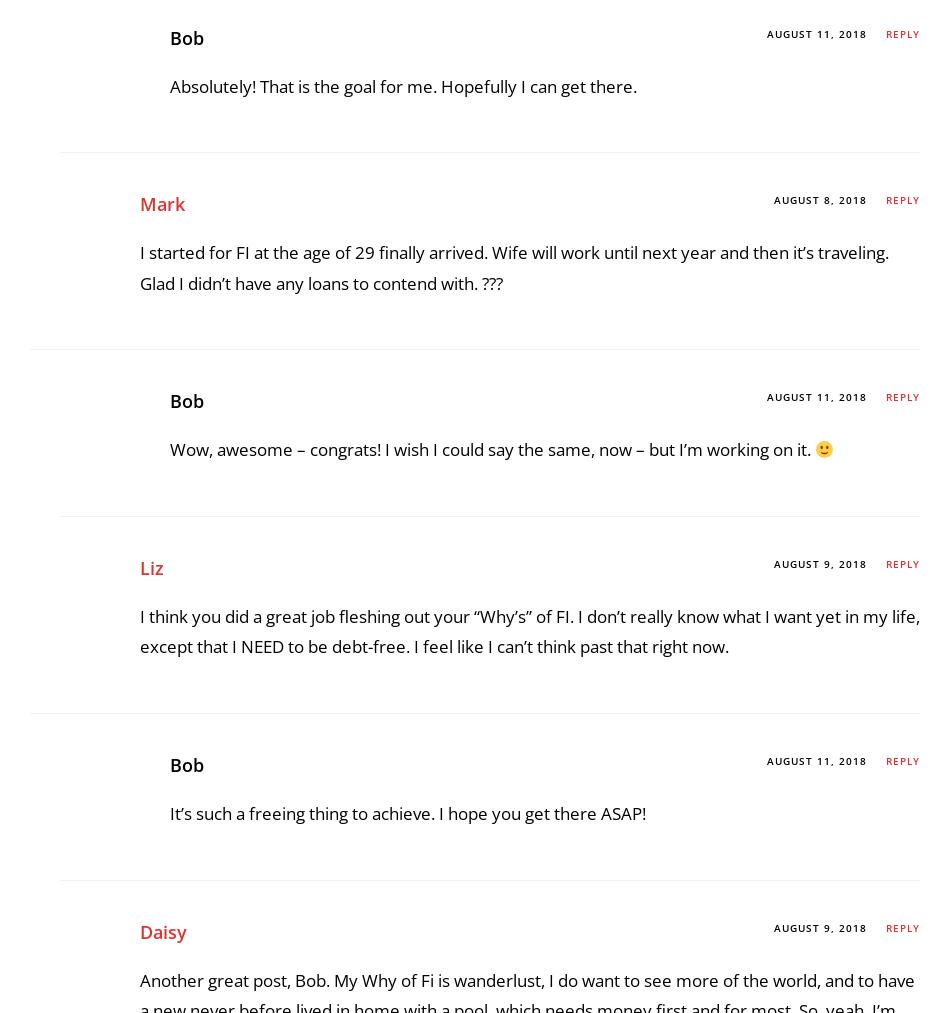 The height and width of the screenshot is (1013, 950). Describe the element at coordinates (505, 465) in the screenshot. I see `'Travel is also one of the reasons why I want to be FI. It’s just nice to retire early, travel, and blog about it.'` at that location.